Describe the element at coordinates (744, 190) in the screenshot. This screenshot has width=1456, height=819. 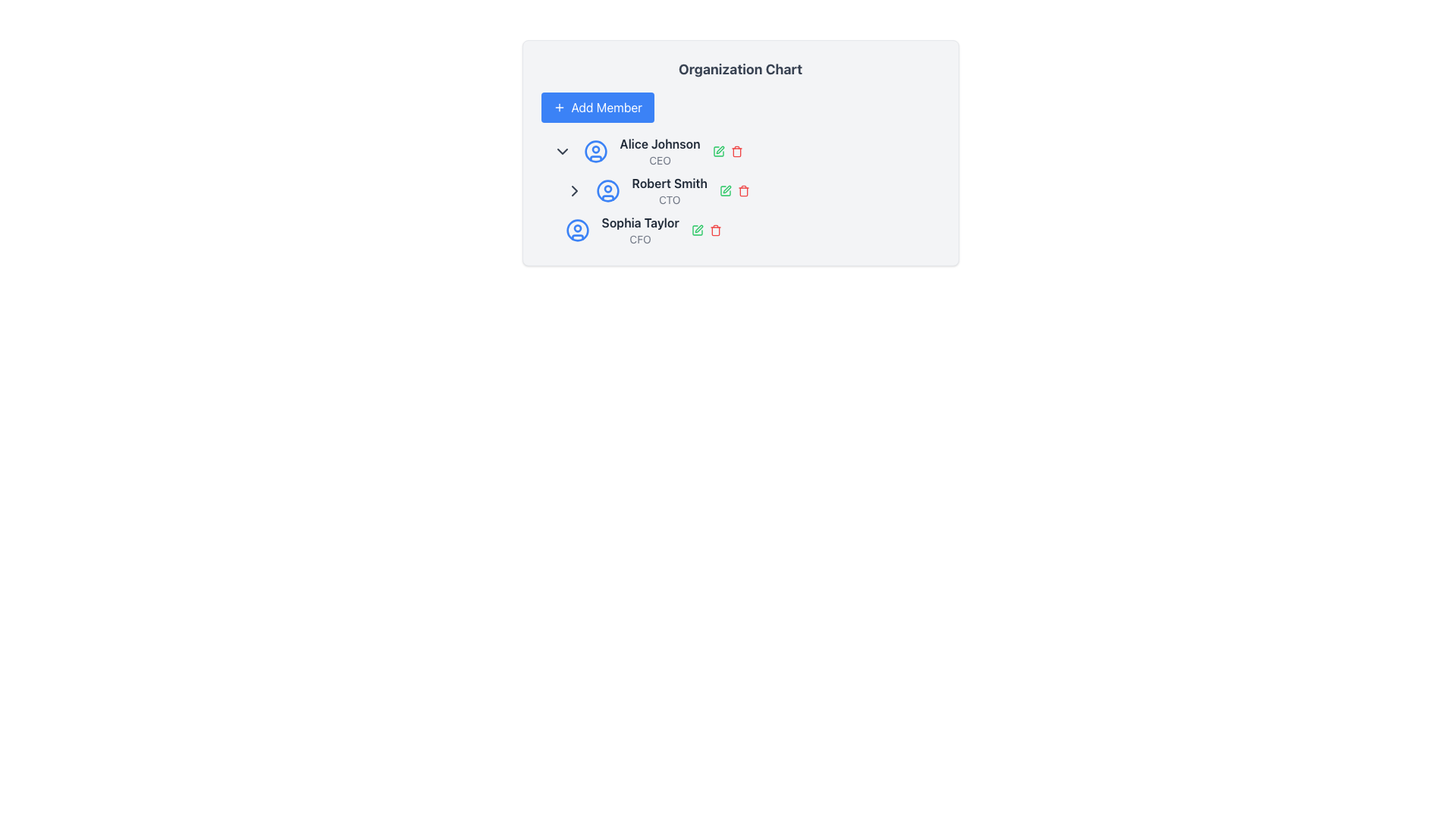
I see `the delete button located at the far right of the second row labeled 'Robert Smith, CTO'` at that location.